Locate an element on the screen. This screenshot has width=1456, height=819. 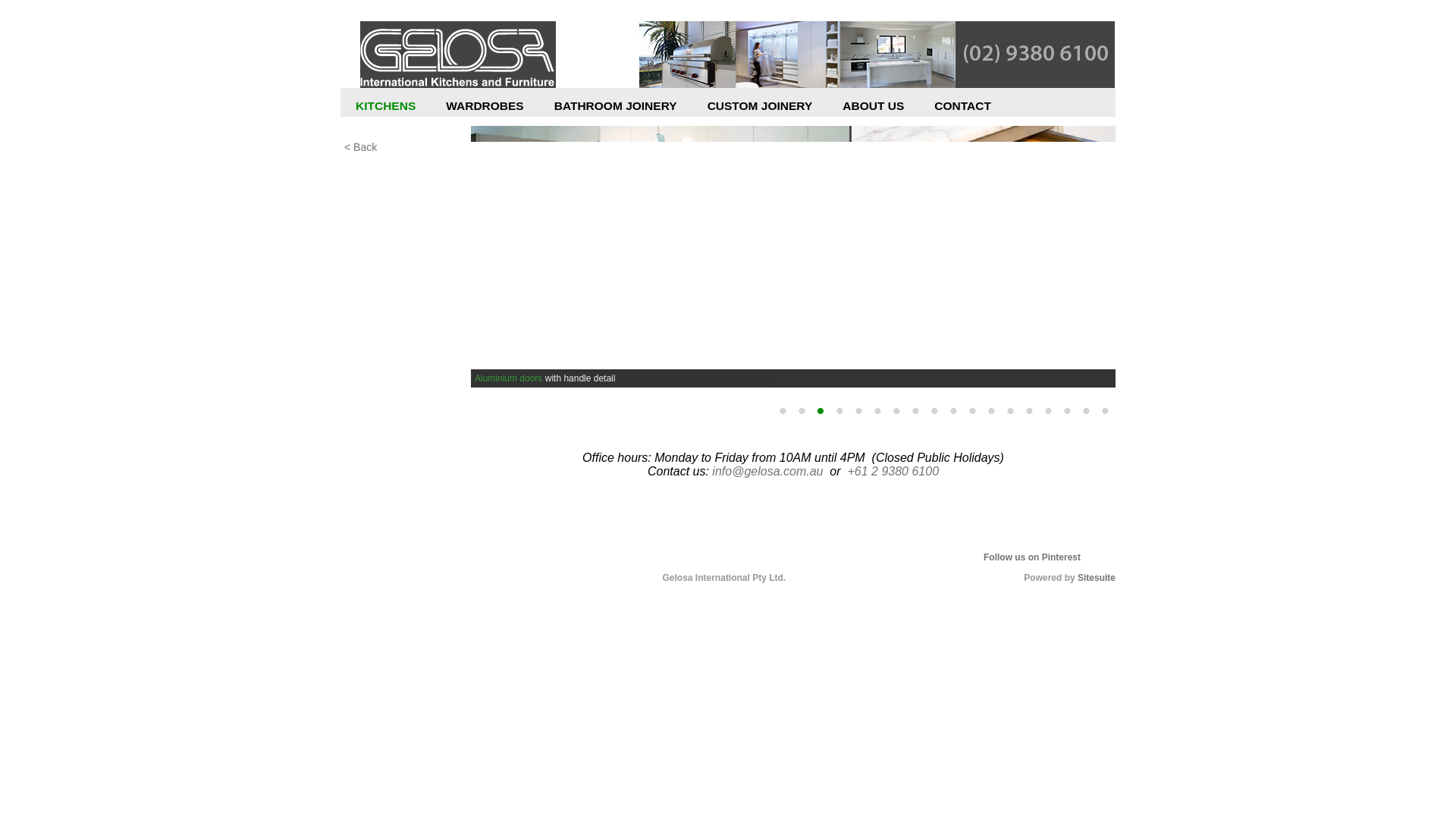
'KITCHENS' is located at coordinates (385, 109).